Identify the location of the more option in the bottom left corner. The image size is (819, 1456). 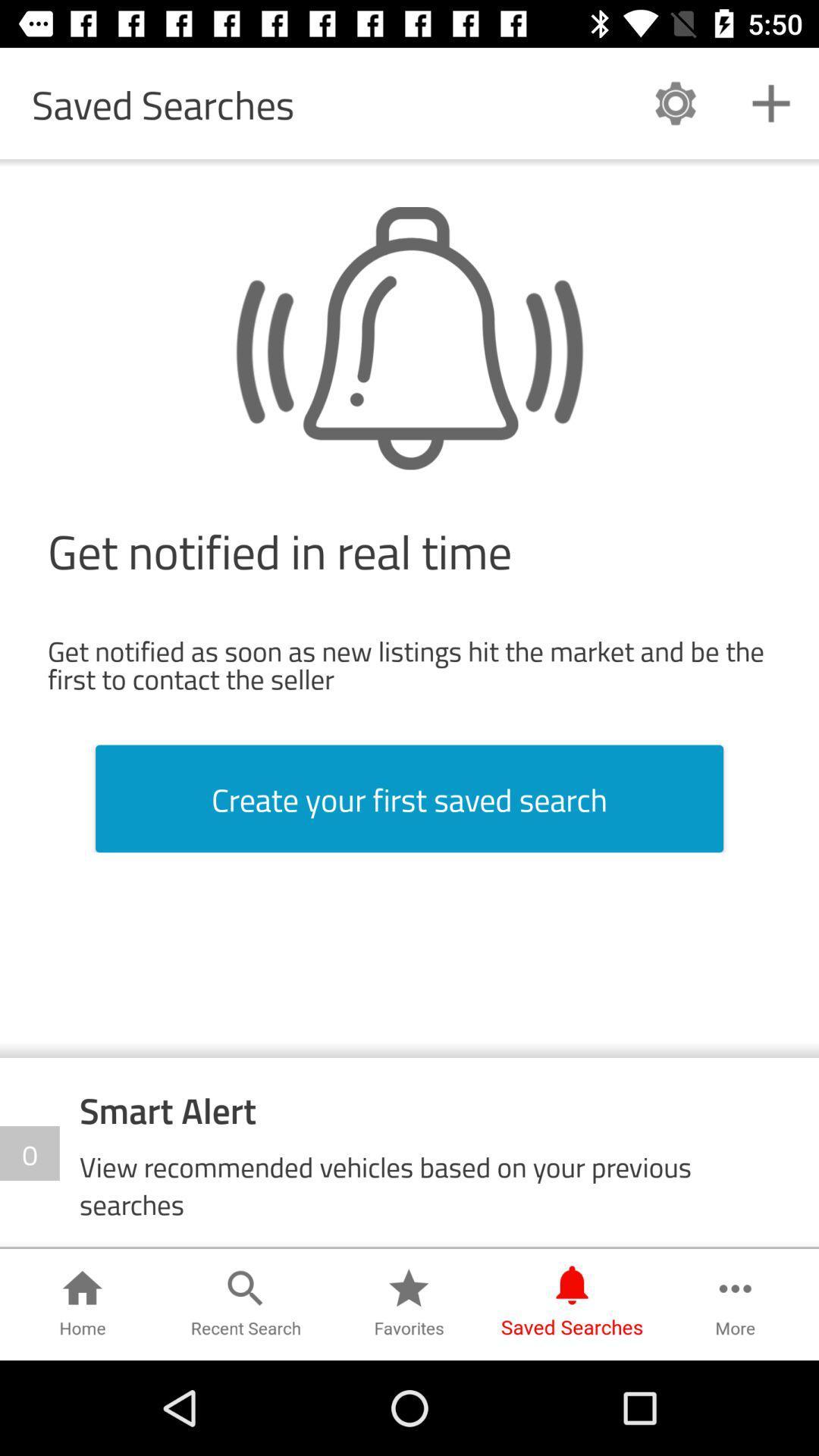
(735, 1304).